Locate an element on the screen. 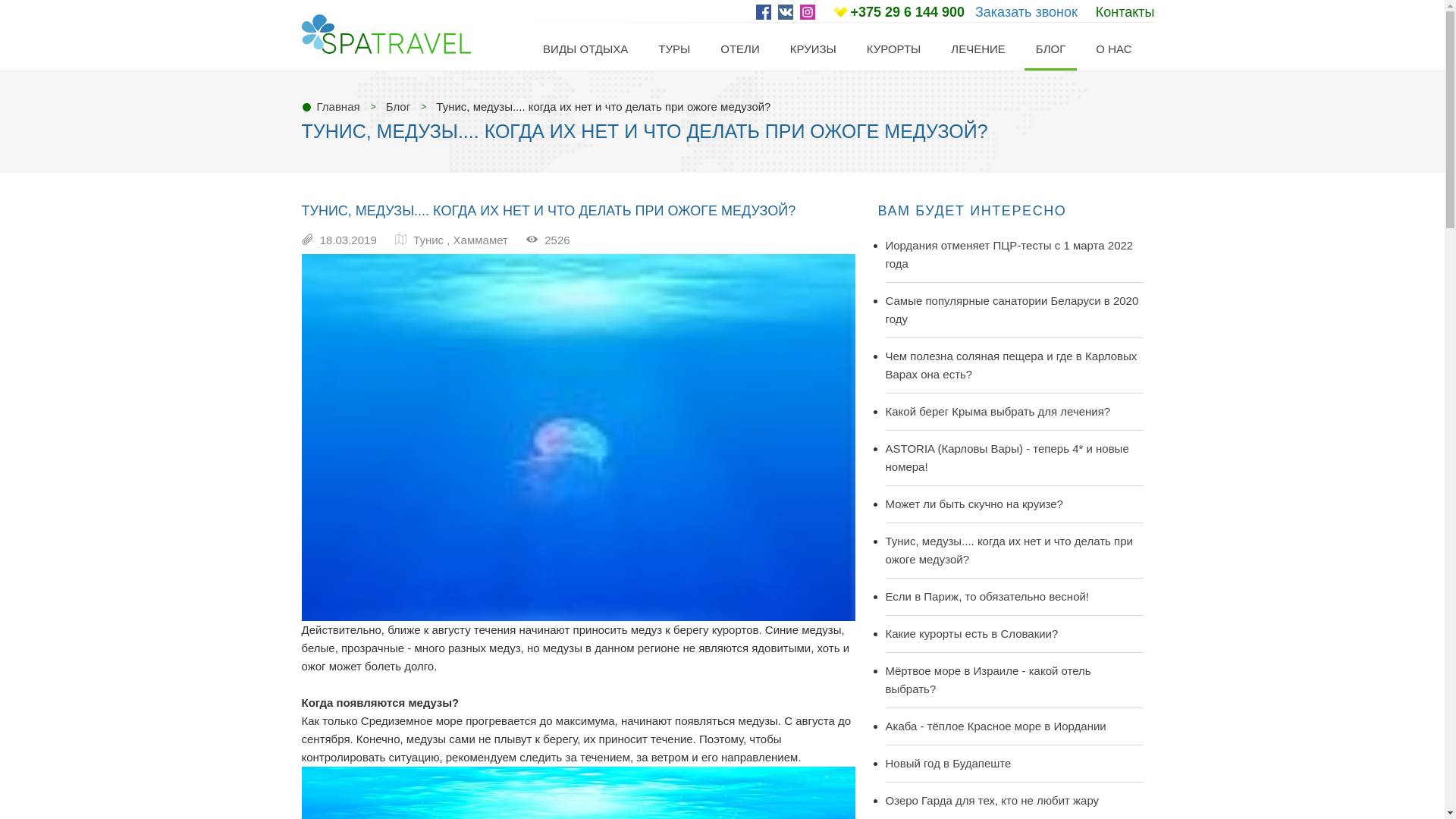 The width and height of the screenshot is (1456, 819). '+375 29 6 144 900' is located at coordinates (907, 11).